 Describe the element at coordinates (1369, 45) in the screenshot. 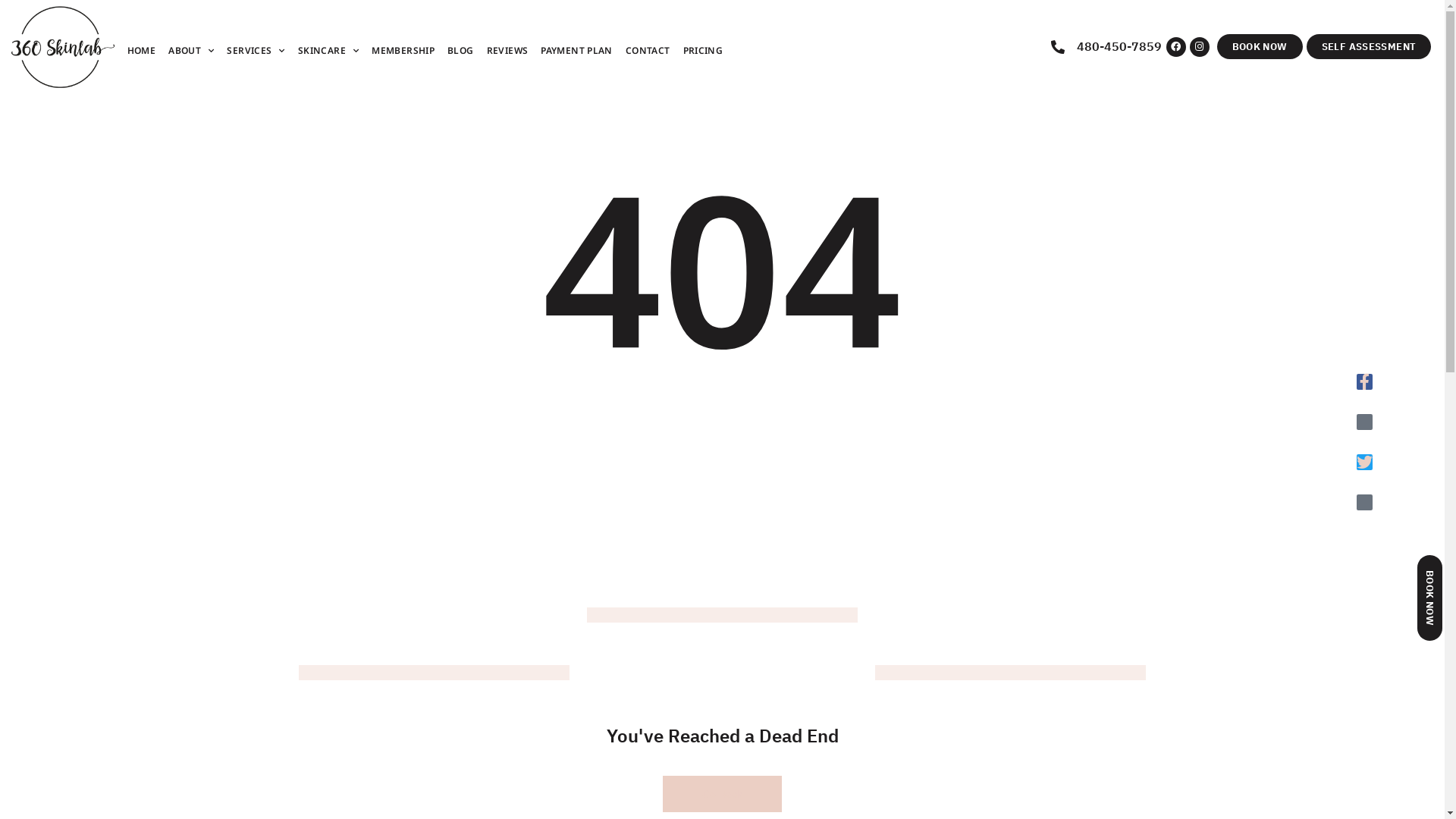

I see `'SELF ASSESSMENT'` at that location.